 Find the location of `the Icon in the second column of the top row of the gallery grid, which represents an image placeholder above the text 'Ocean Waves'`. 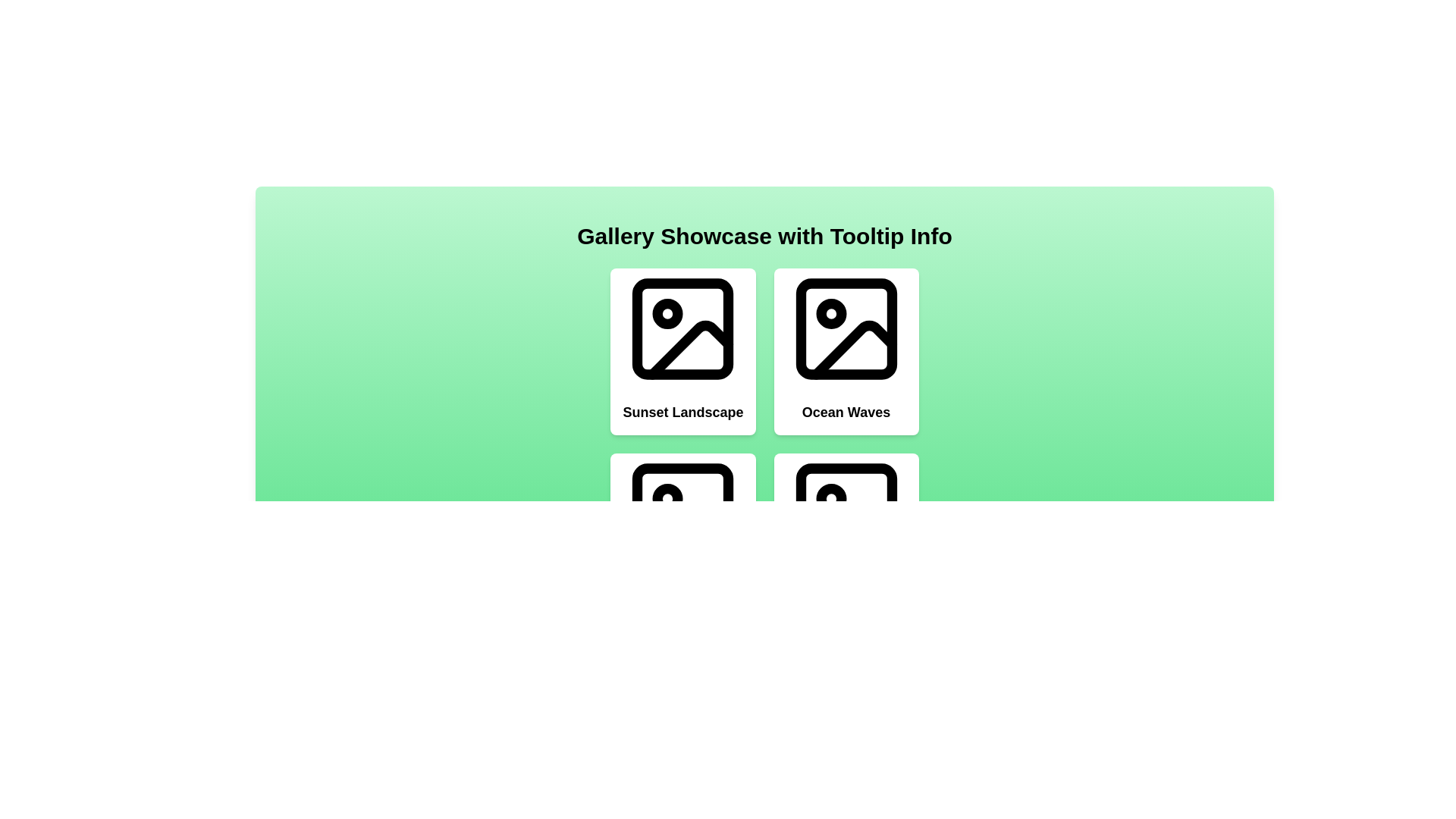

the Icon in the second column of the top row of the gallery grid, which represents an image placeholder above the text 'Ocean Waves' is located at coordinates (846, 328).